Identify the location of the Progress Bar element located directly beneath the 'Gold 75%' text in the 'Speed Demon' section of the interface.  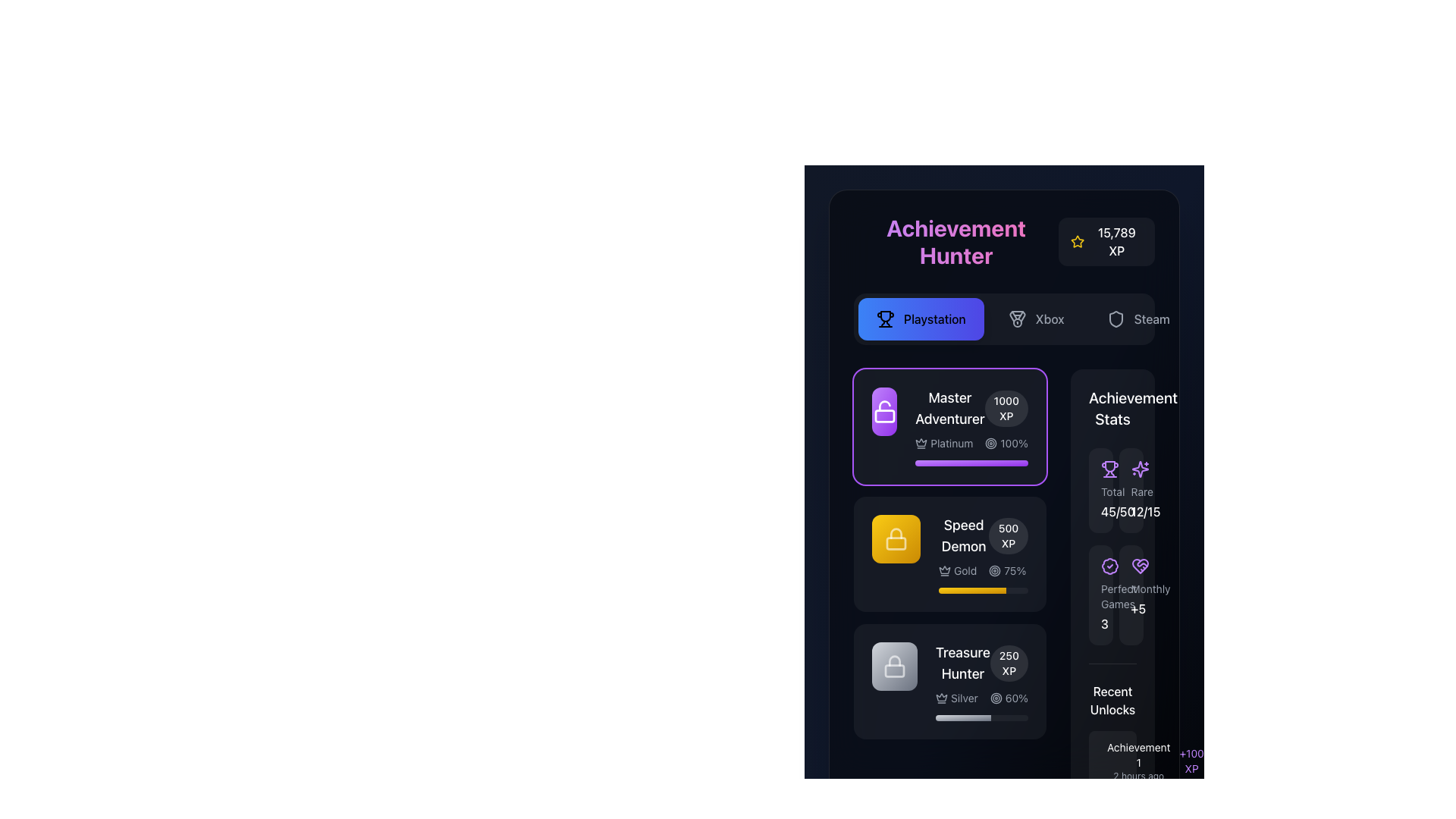
(983, 590).